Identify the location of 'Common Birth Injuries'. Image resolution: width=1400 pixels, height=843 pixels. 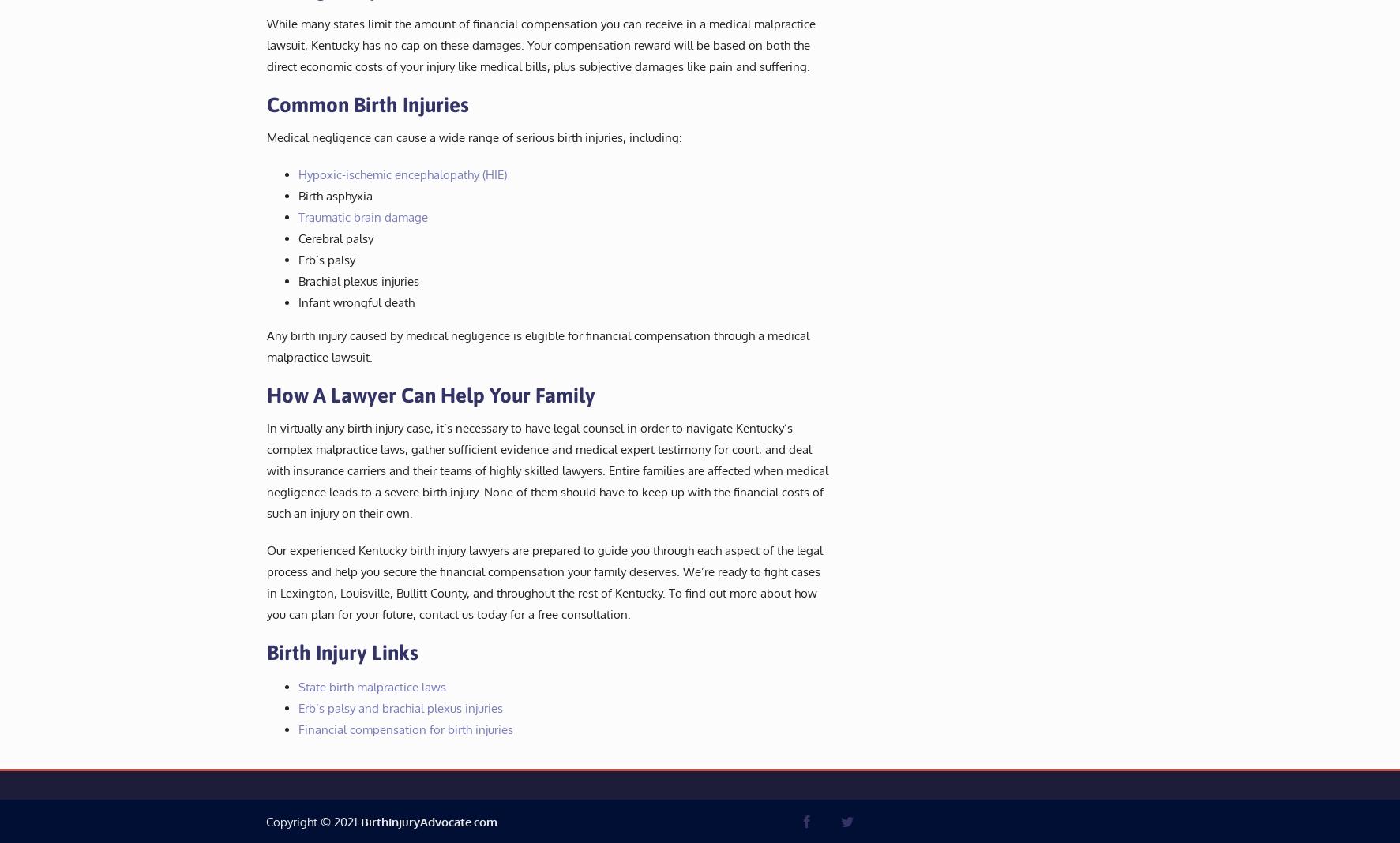
(366, 103).